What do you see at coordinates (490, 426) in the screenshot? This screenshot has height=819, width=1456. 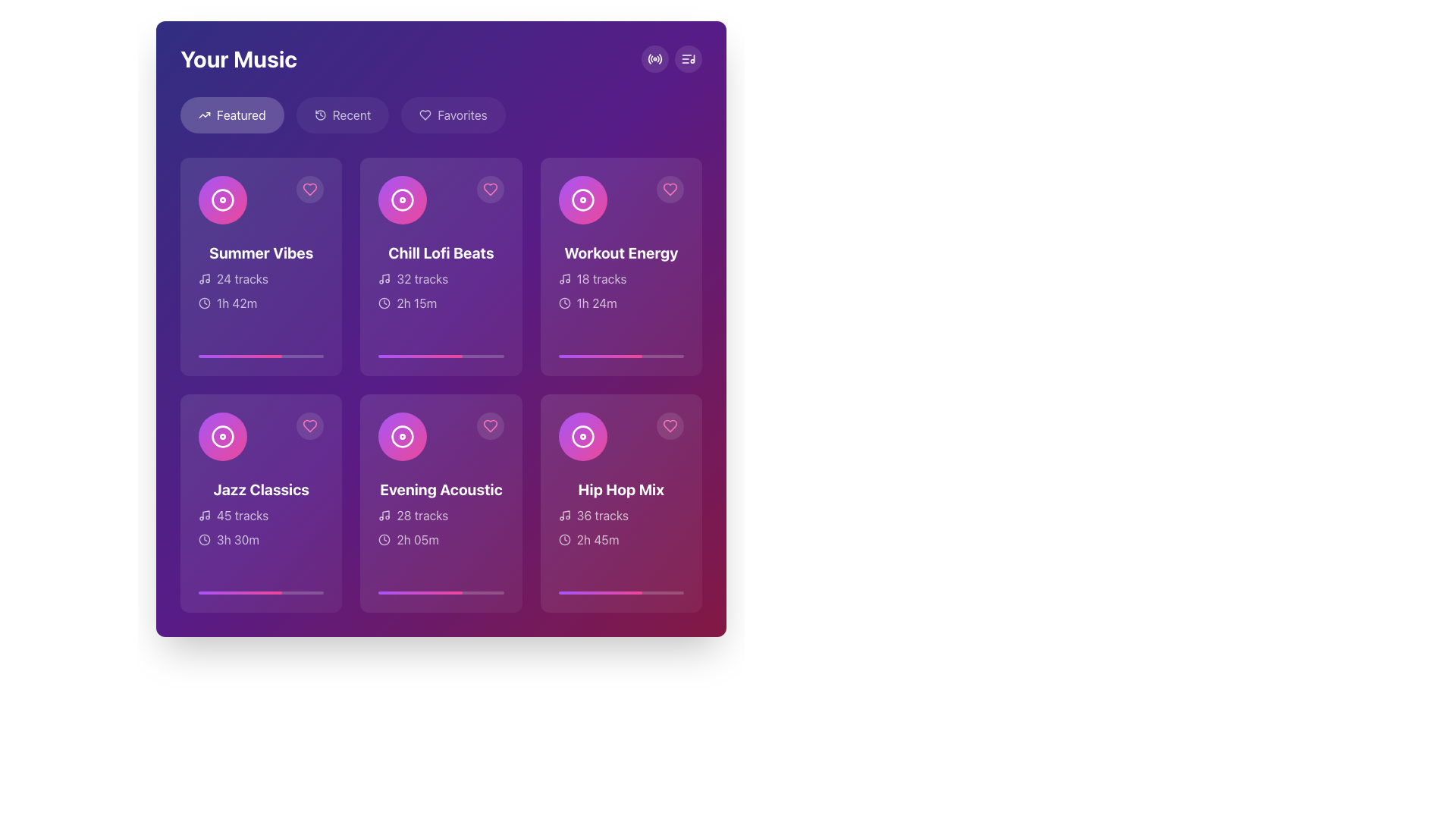 I see `the heart-shaped icon filled with a pinkish color in the top-right corner of the 'Evening Acoustic' music card` at bounding box center [490, 426].